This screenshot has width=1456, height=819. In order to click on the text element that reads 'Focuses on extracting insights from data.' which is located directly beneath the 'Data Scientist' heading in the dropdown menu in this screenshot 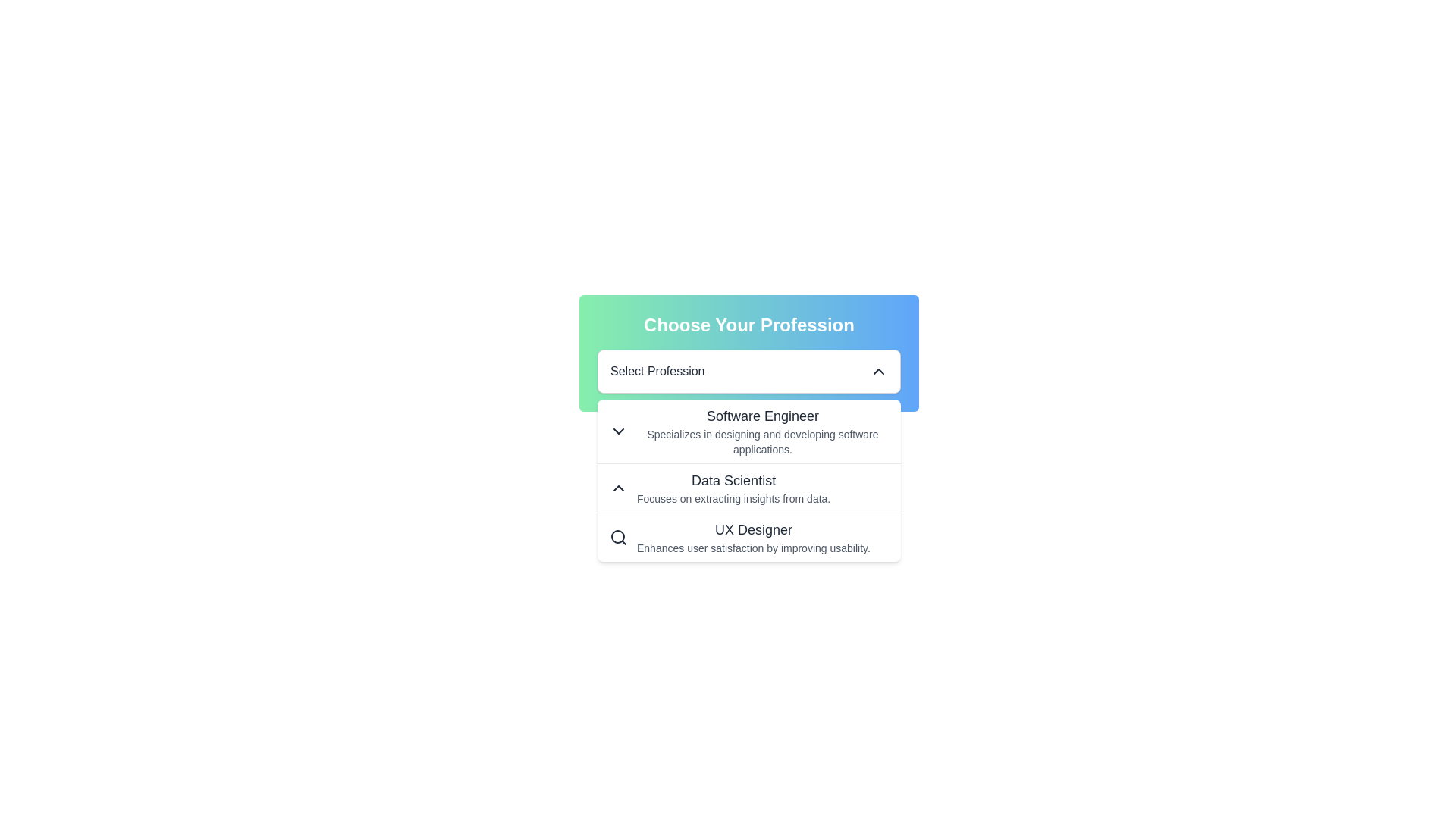, I will do `click(733, 499)`.